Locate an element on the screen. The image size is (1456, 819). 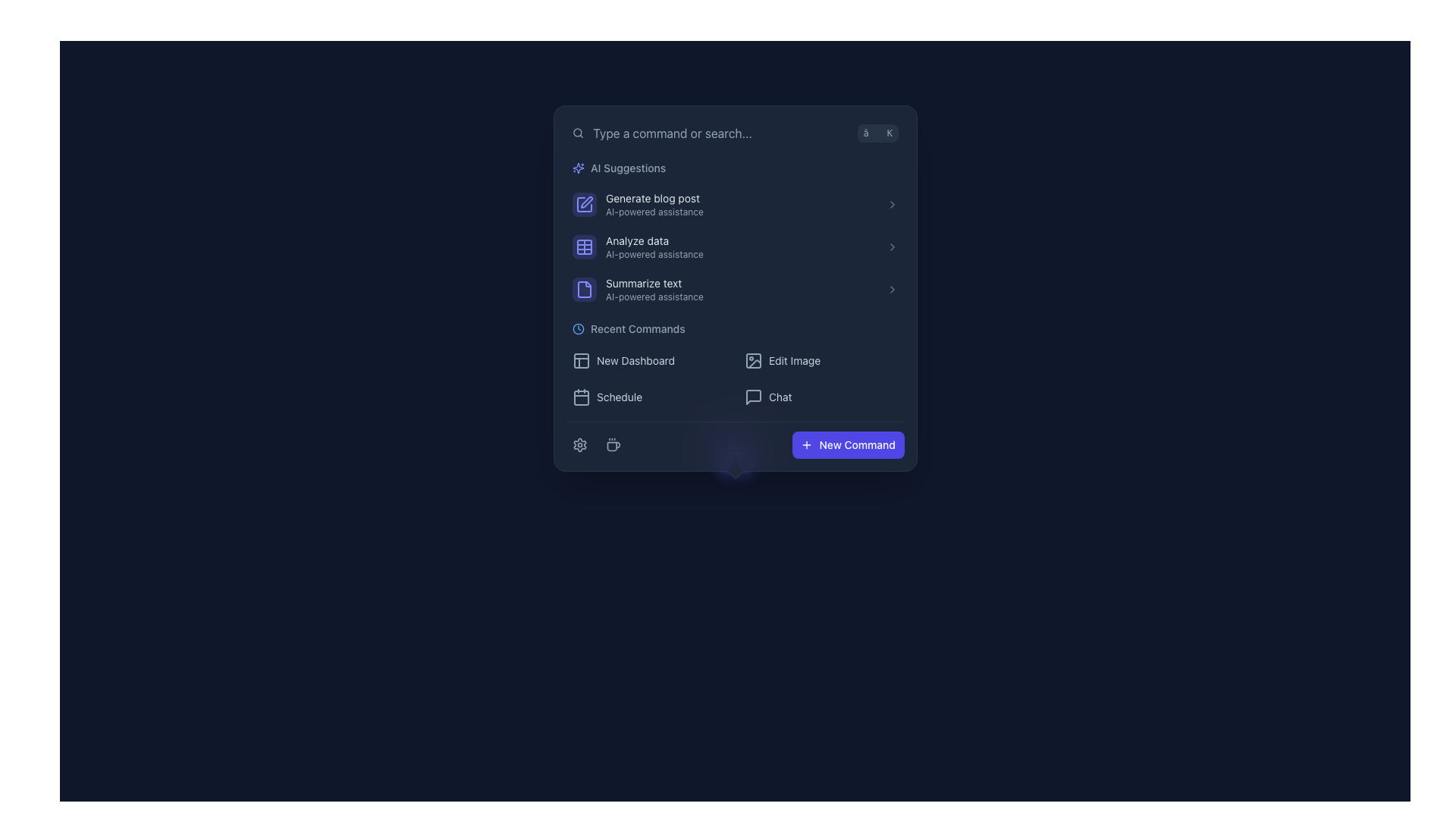
the AI Suggestions button is located at coordinates (735, 205).